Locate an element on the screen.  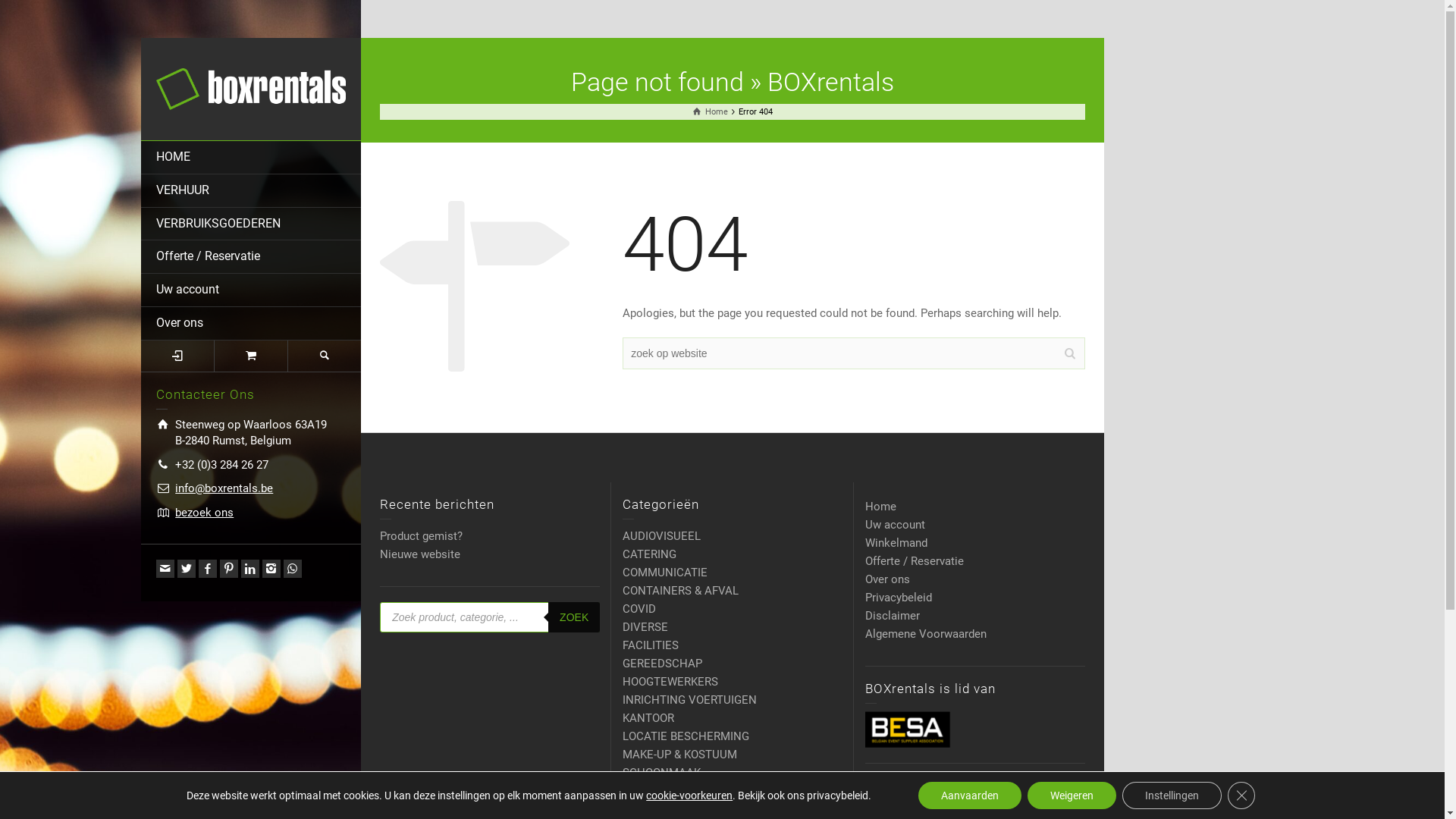
'Product gemist?' is located at coordinates (421, 535).